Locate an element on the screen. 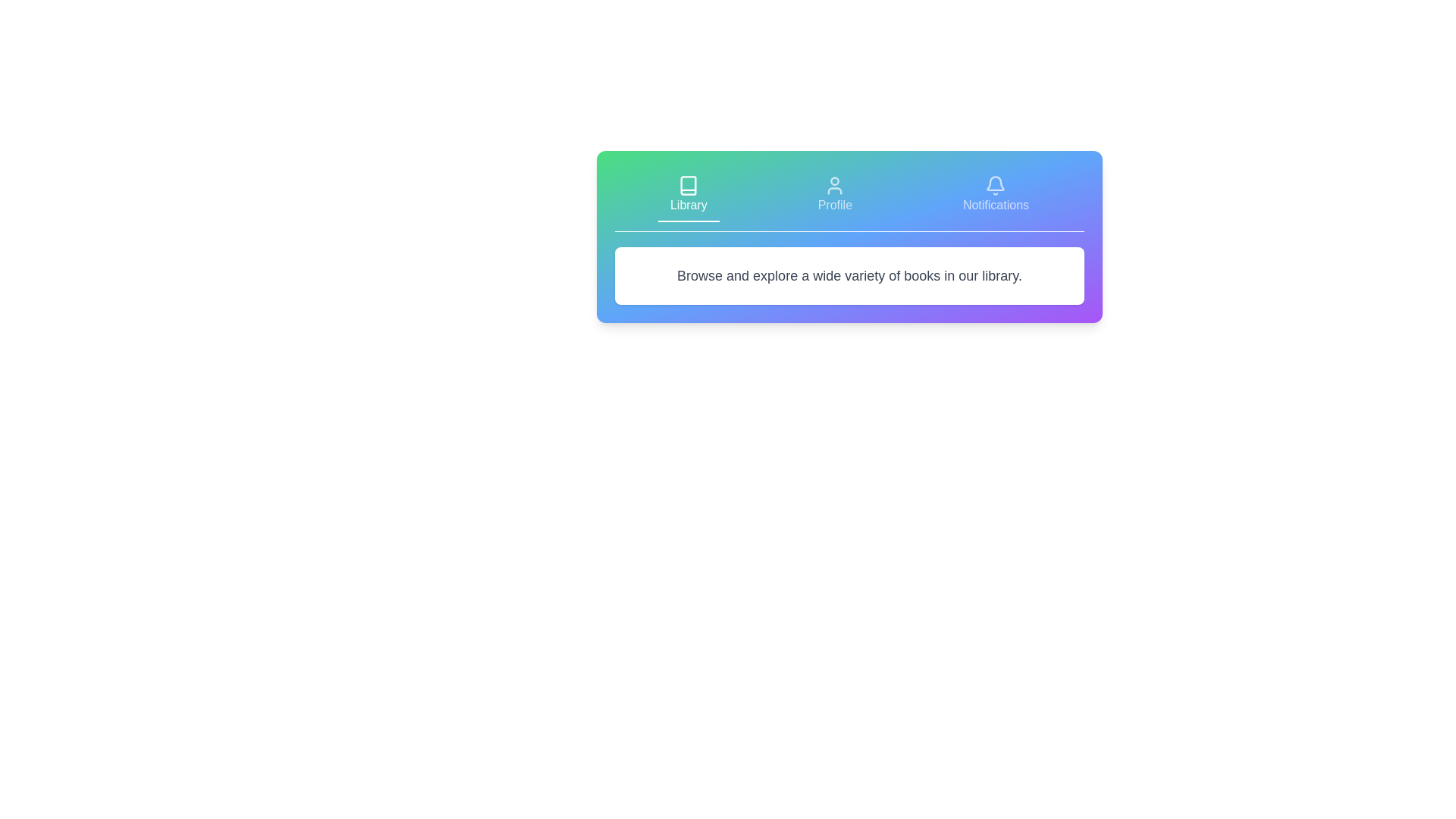 The height and width of the screenshot is (819, 1456). the Profile tab is located at coordinates (834, 195).